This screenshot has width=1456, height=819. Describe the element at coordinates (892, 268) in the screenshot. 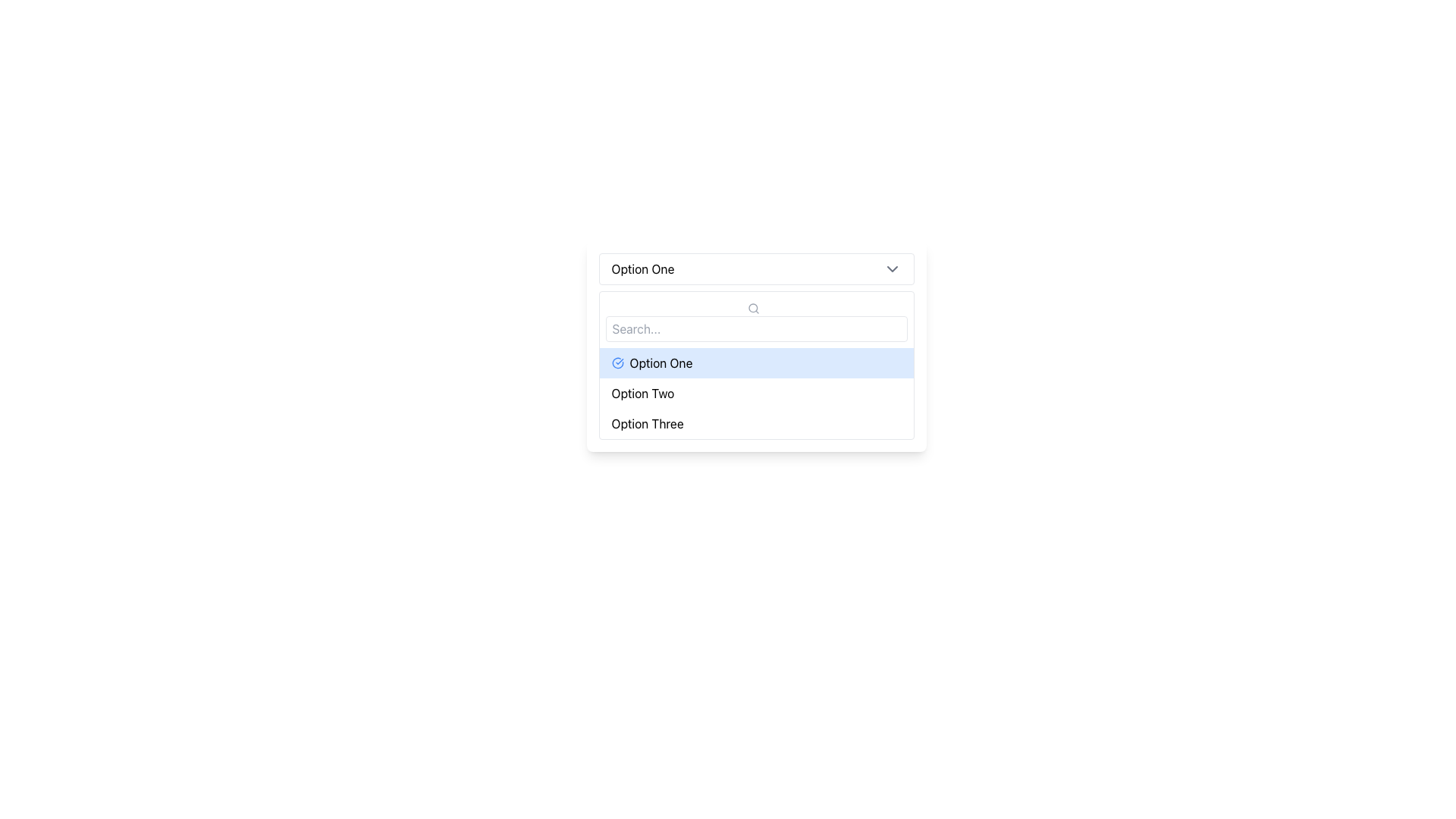

I see `the arrow icon located on the right side of the 'Option One' text, which indicates that it will reveal or collapse a dropdown menu` at that location.